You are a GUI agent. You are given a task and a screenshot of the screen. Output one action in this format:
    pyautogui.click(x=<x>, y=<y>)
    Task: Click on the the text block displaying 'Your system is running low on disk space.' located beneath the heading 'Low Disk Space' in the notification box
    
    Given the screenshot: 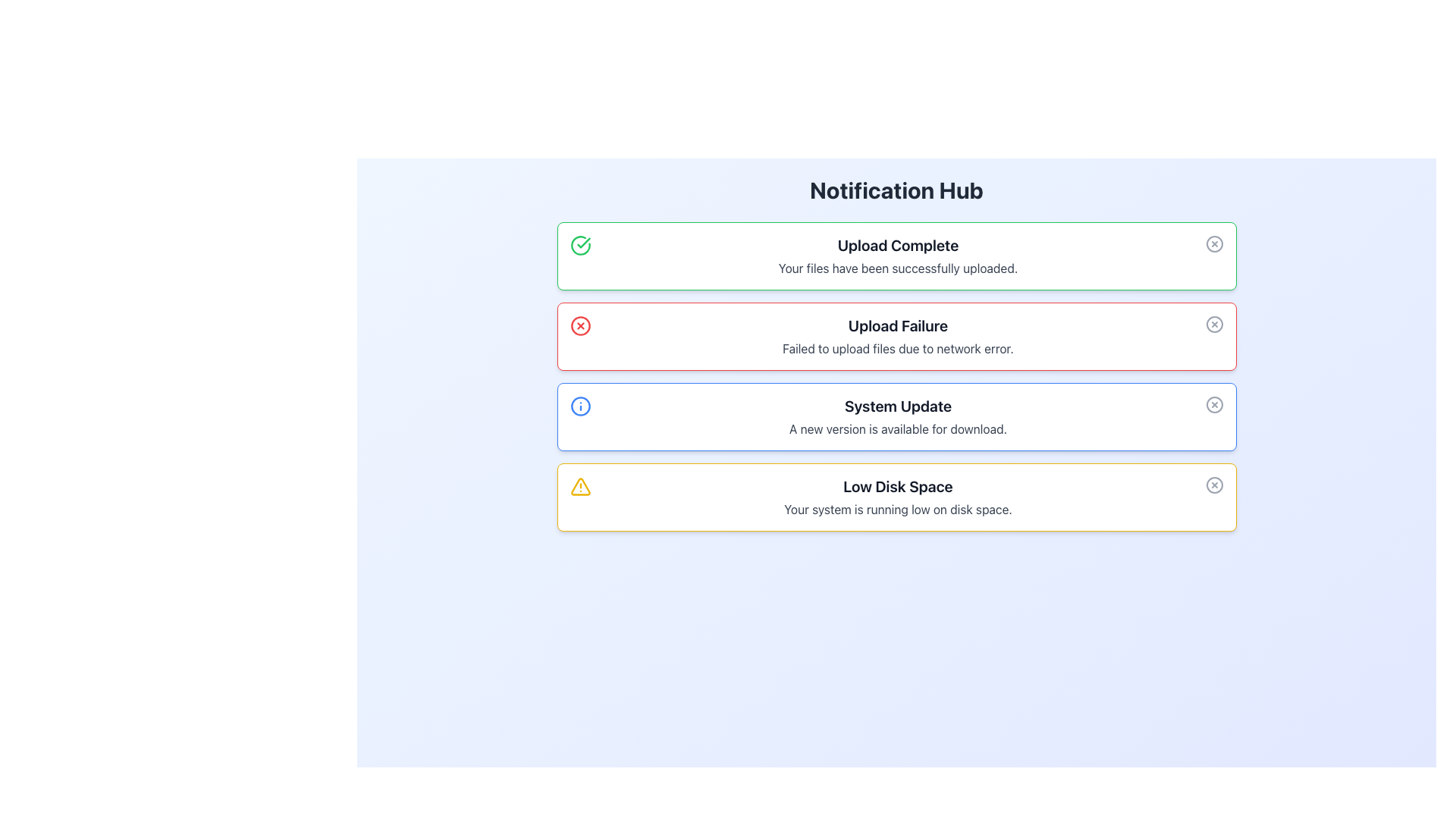 What is the action you would take?
    pyautogui.click(x=898, y=509)
    